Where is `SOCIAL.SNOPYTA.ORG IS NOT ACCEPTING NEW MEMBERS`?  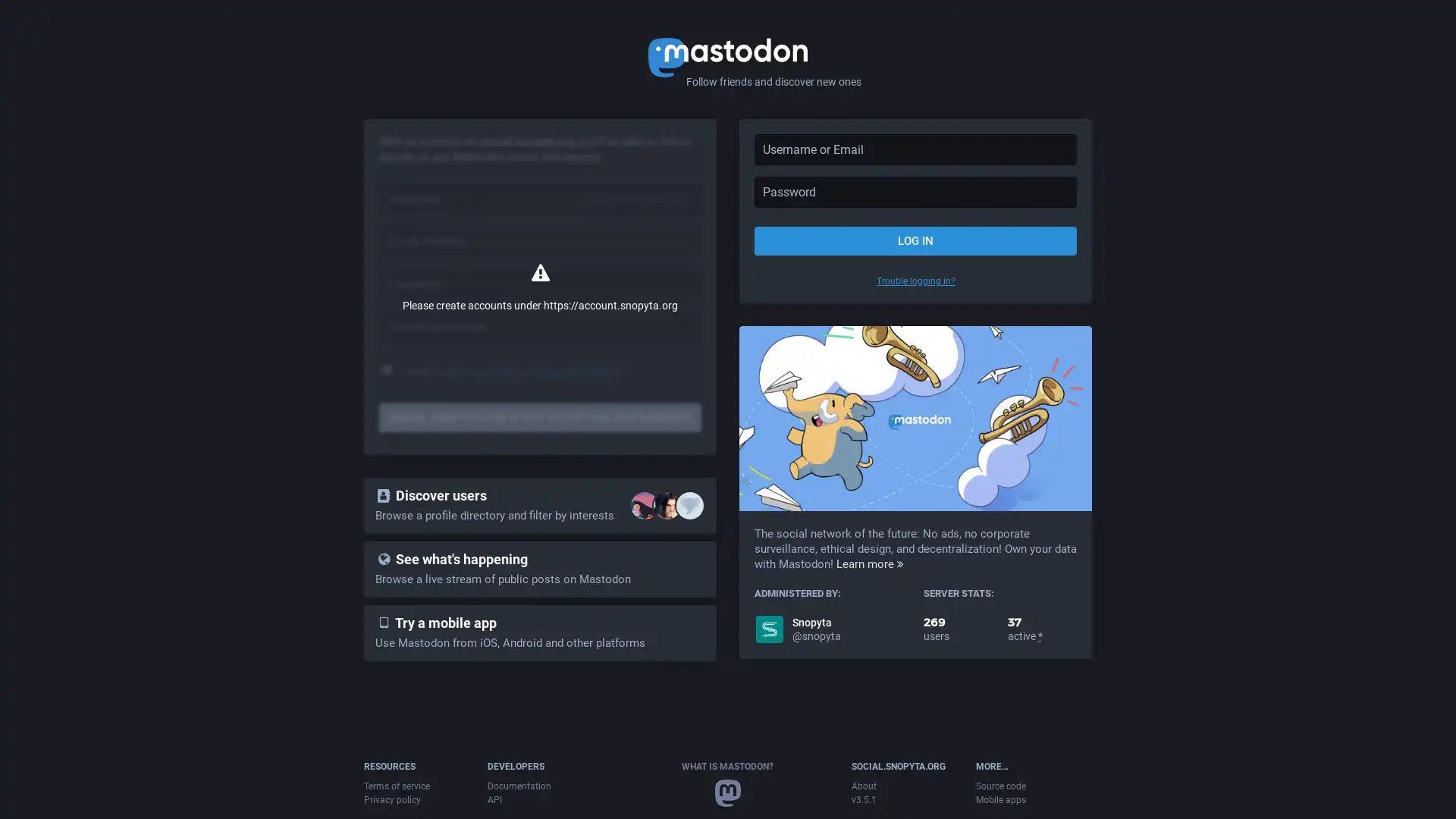
SOCIAL.SNOPYTA.ORG IS NOT ACCEPTING NEW MEMBERS is located at coordinates (540, 418).